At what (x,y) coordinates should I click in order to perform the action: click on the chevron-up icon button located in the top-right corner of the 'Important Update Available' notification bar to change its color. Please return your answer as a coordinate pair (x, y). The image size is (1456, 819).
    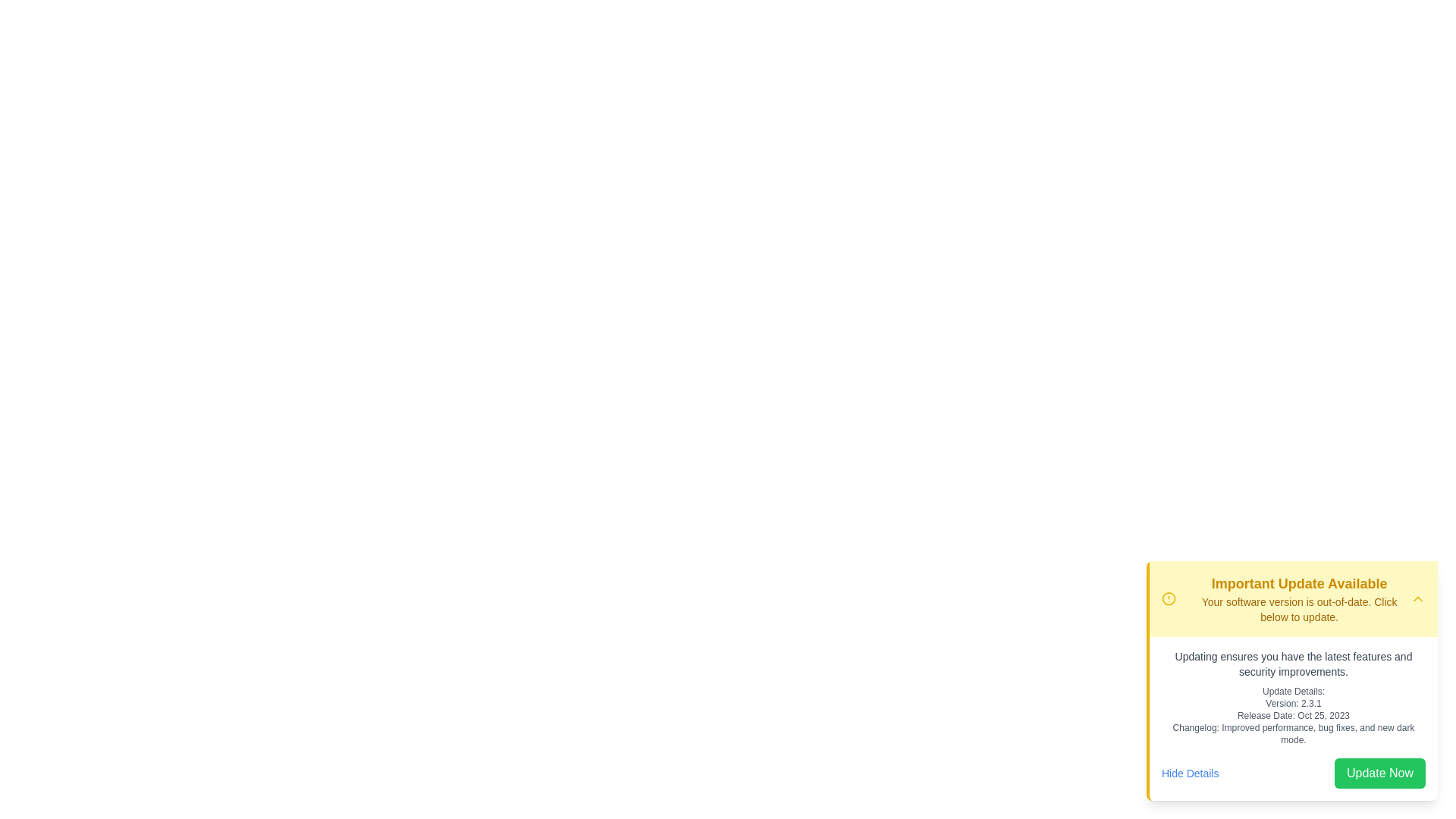
    Looking at the image, I should click on (1417, 598).